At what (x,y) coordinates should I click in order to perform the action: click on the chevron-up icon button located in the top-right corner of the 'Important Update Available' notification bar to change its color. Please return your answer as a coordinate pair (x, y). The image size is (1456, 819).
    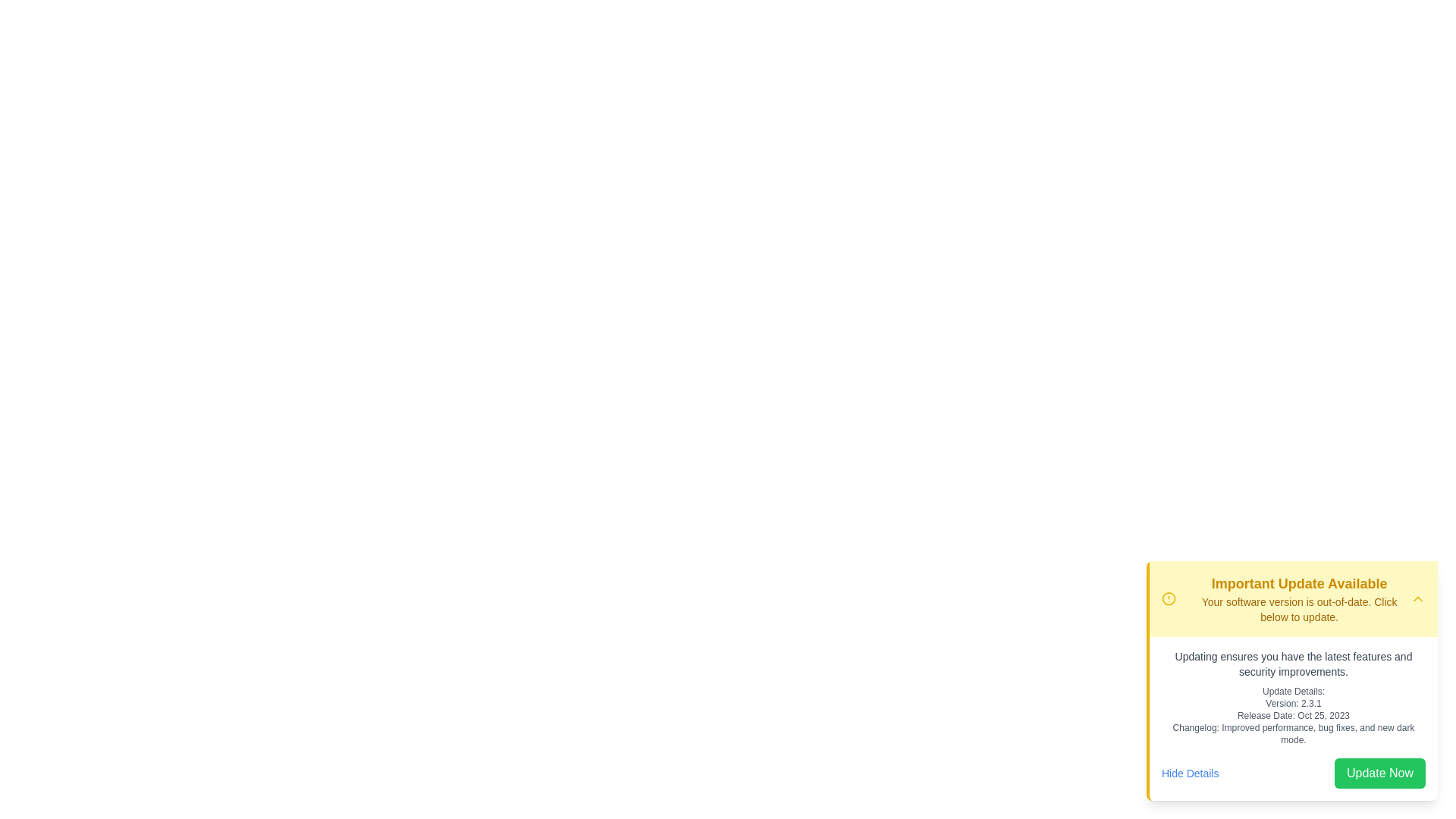
    Looking at the image, I should click on (1417, 598).